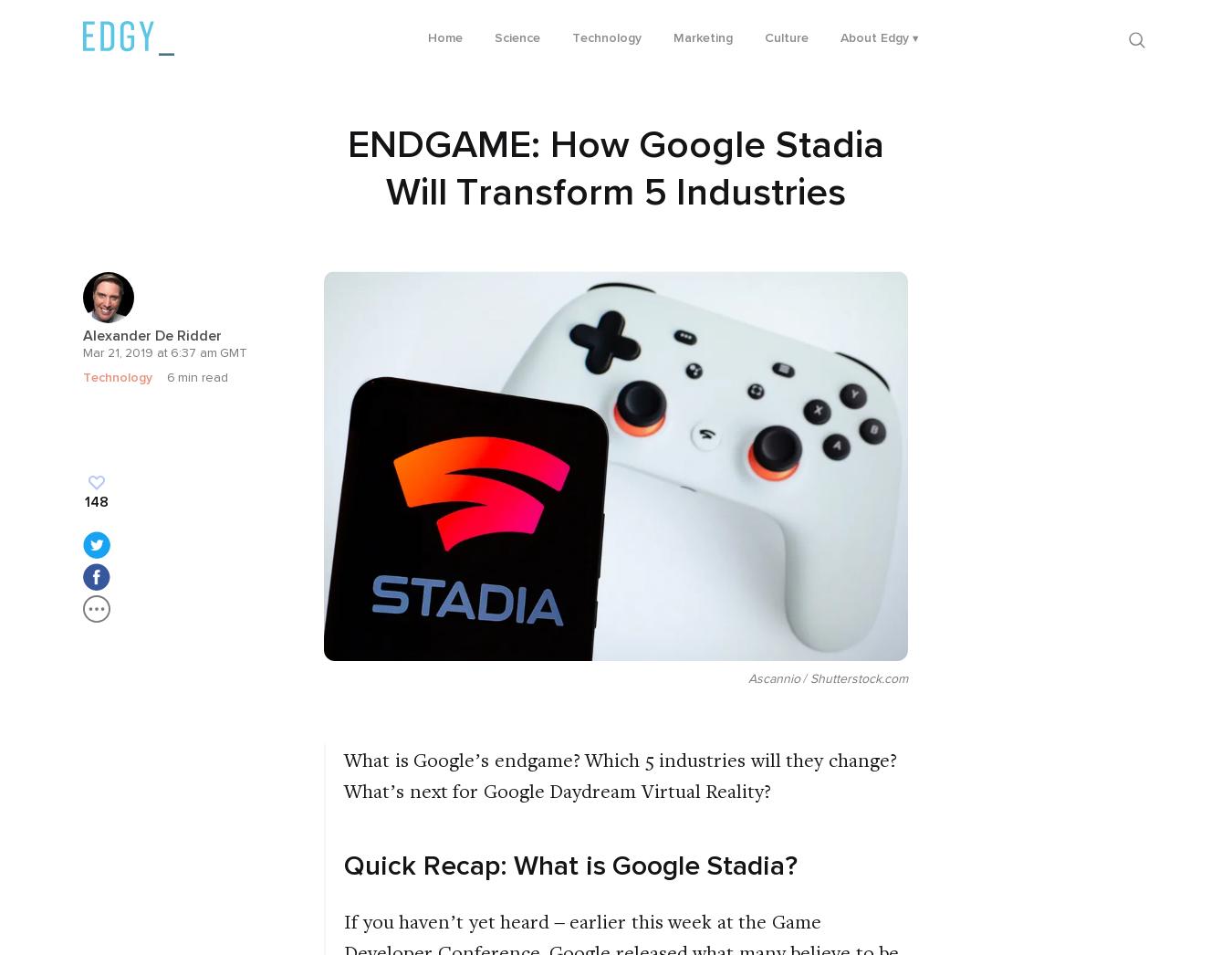  What do you see at coordinates (786, 37) in the screenshot?
I see `'Culture'` at bounding box center [786, 37].